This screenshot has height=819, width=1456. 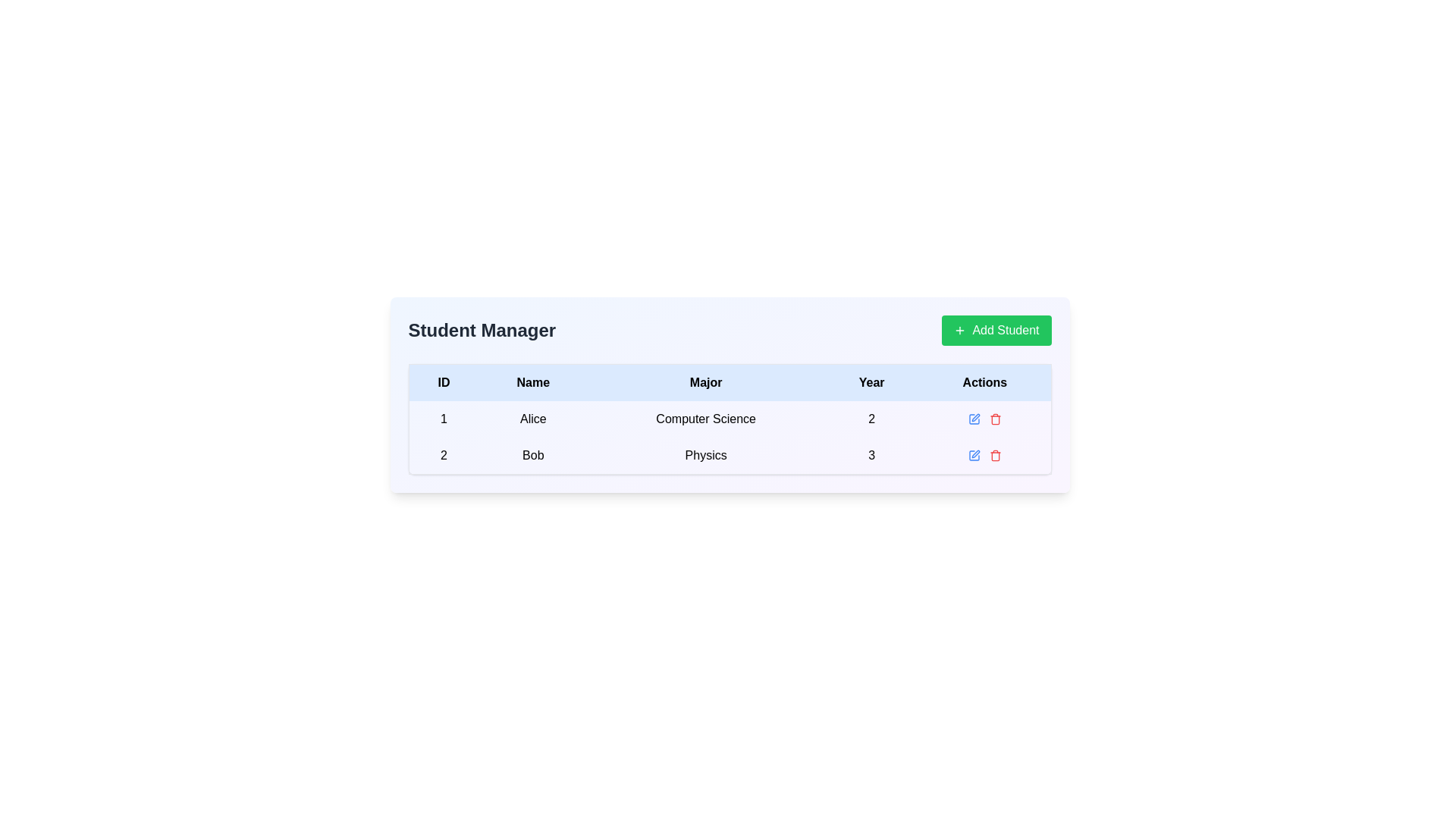 I want to click on the edit button located in the 'Actions' column of the second row of the table to initiate editing, so click(x=974, y=455).